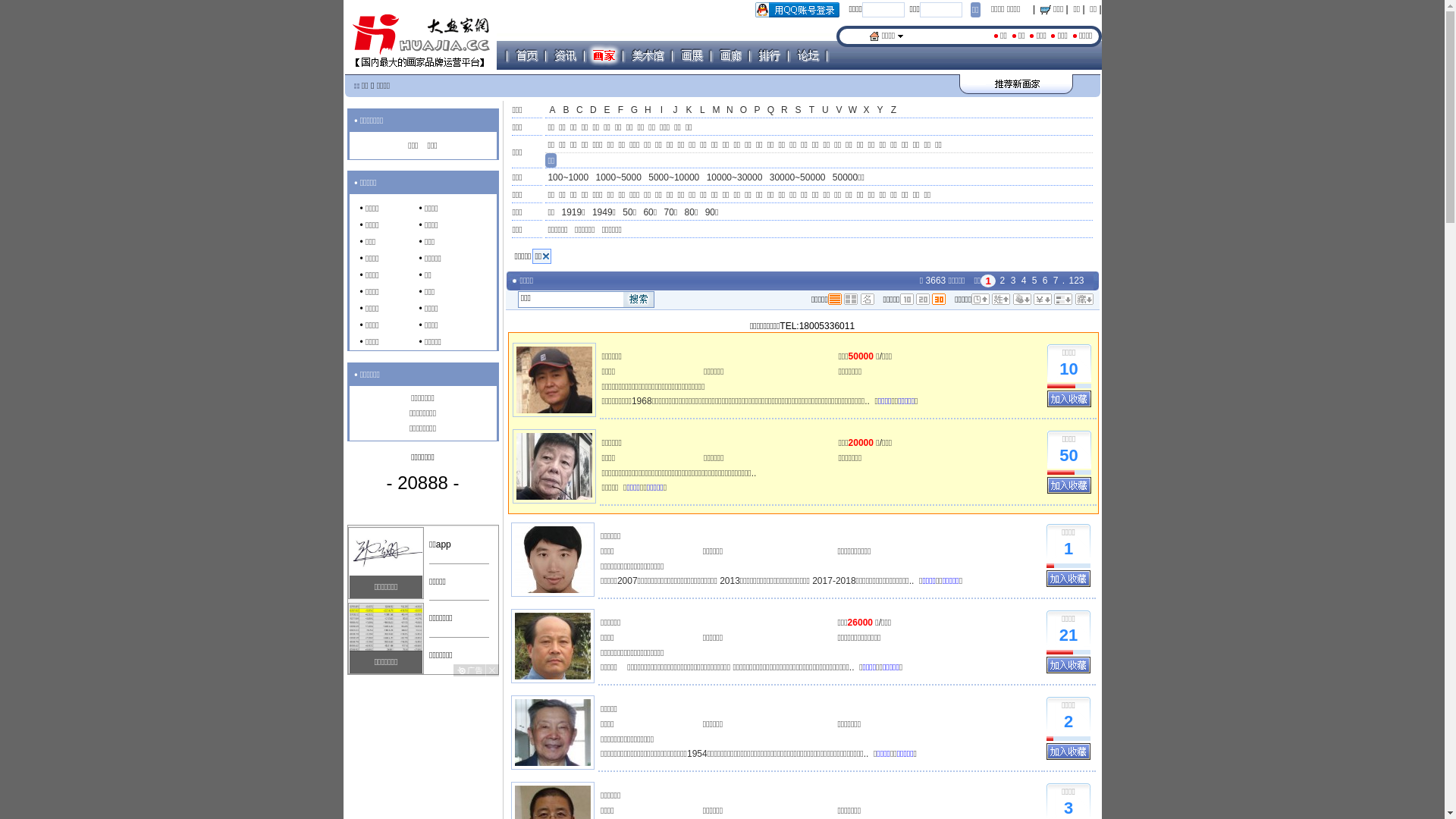 The height and width of the screenshot is (819, 1456). I want to click on 'G', so click(633, 110).